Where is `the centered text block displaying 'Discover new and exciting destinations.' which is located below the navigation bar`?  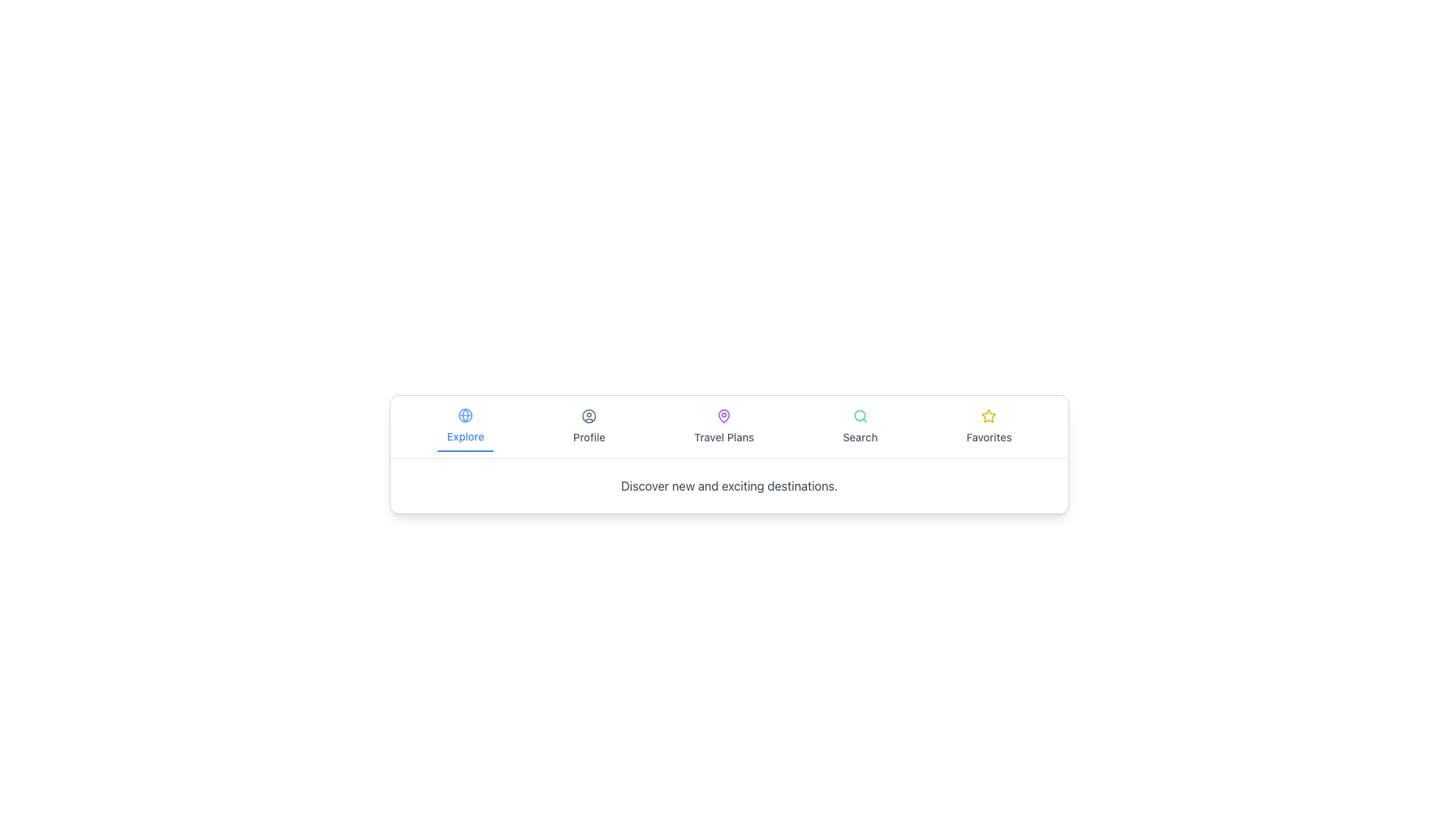 the centered text block displaying 'Discover new and exciting destinations.' which is located below the navigation bar is located at coordinates (729, 485).